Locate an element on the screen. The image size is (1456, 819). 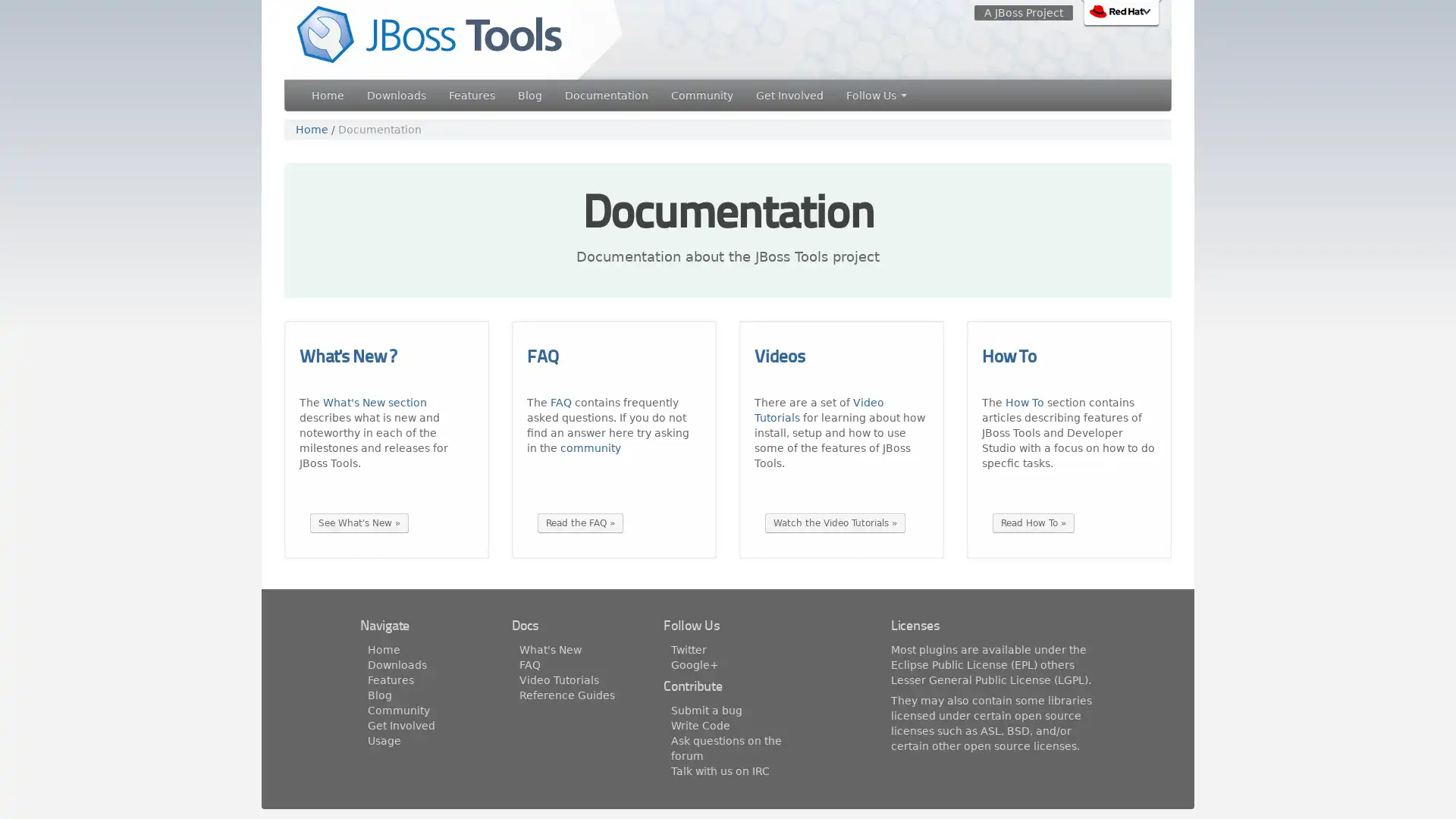
See What's New is located at coordinates (359, 522).